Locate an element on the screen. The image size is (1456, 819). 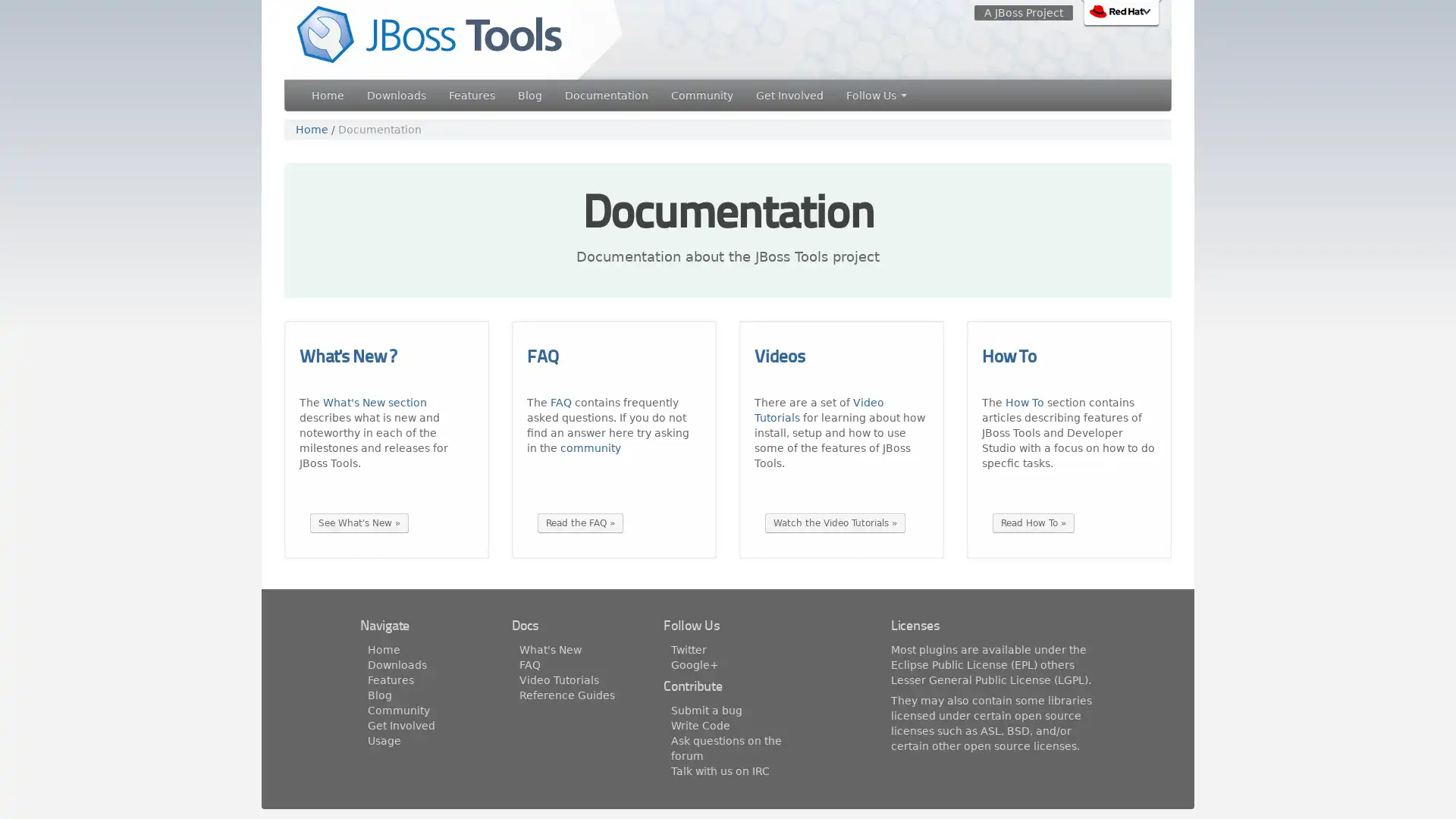
See What's New is located at coordinates (359, 522).